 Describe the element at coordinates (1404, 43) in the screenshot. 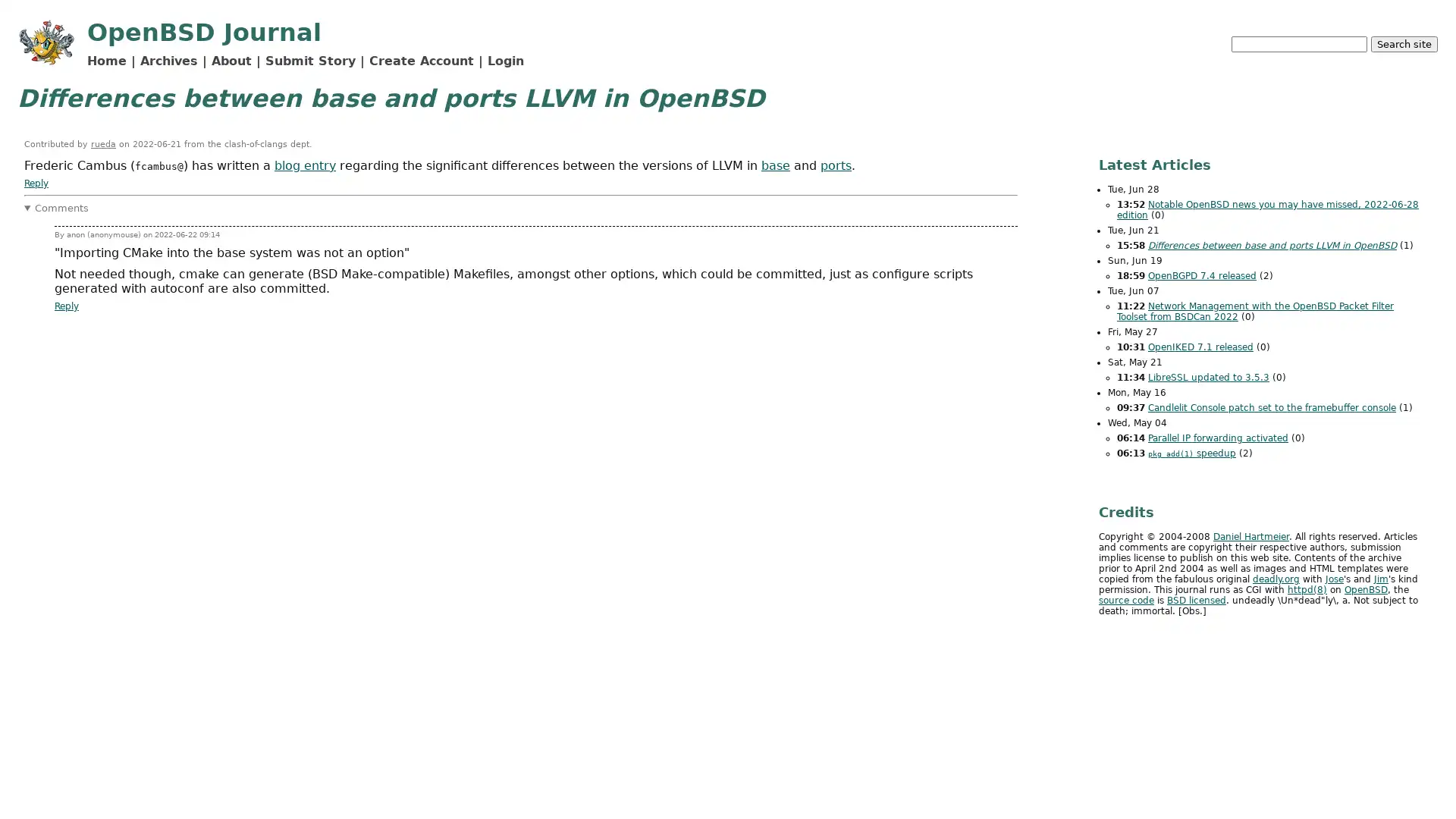

I see `Search site` at that location.